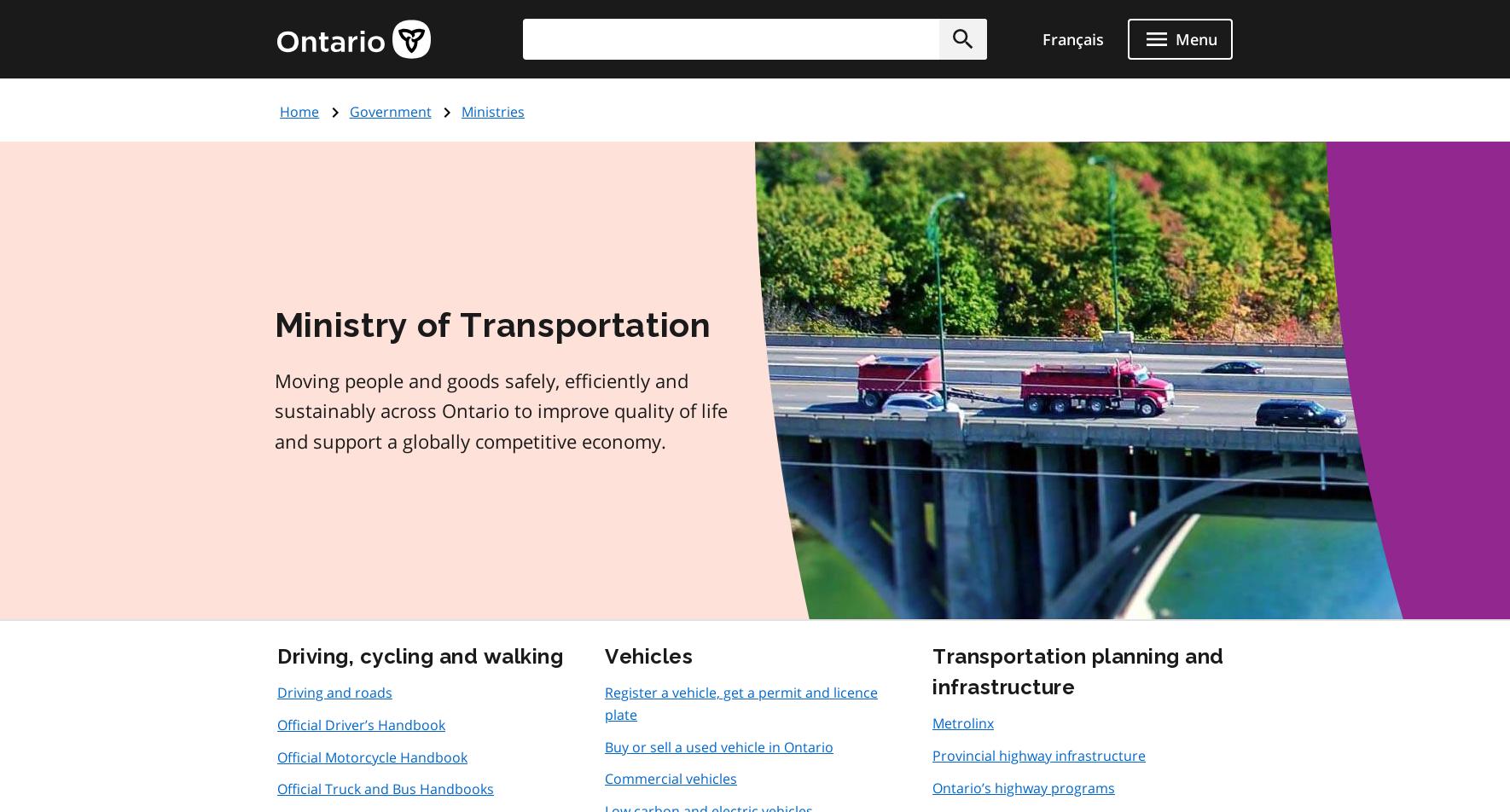  What do you see at coordinates (390, 111) in the screenshot?
I see `'Government'` at bounding box center [390, 111].